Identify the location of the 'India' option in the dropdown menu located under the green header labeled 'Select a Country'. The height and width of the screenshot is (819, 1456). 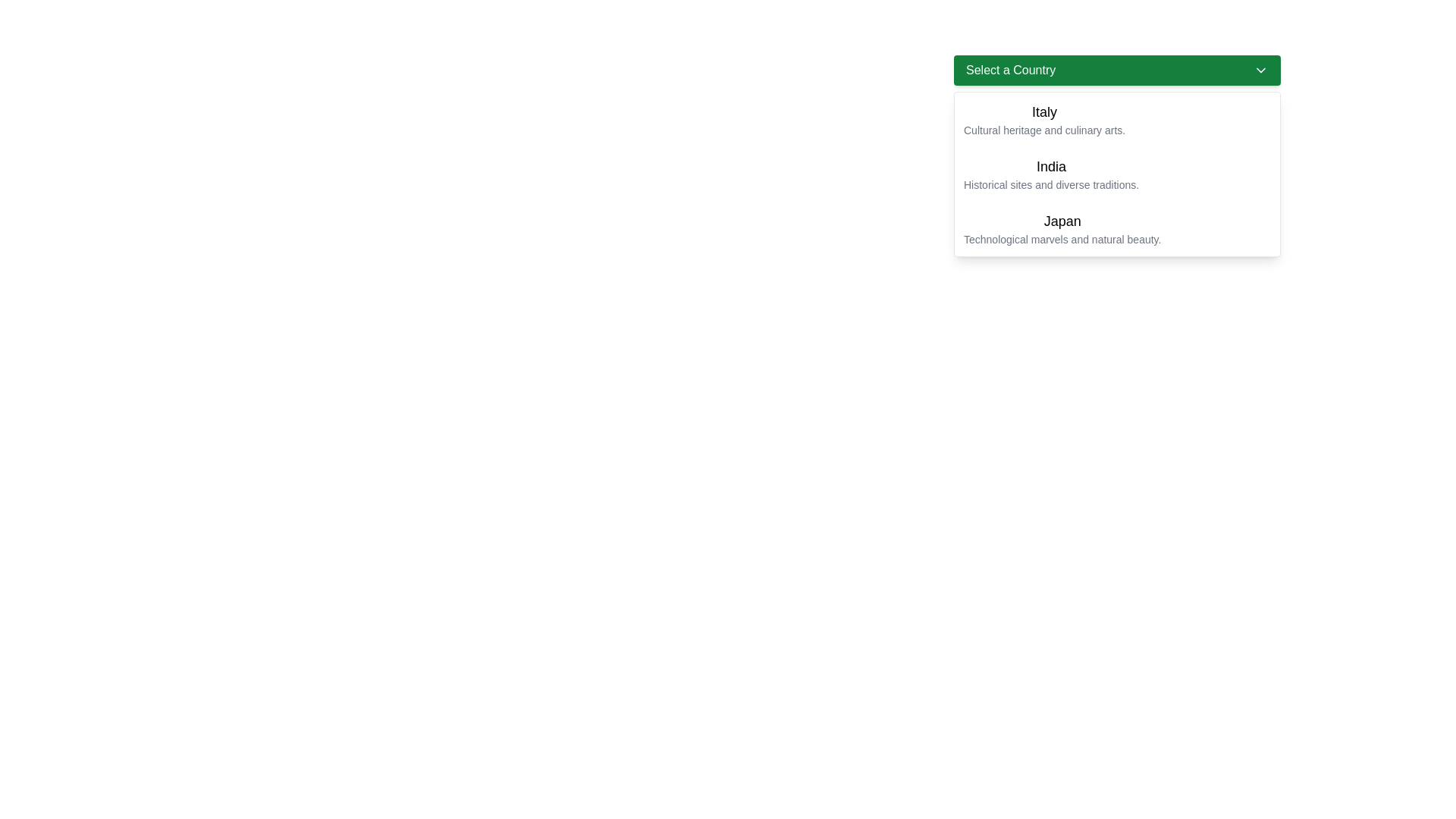
(1117, 174).